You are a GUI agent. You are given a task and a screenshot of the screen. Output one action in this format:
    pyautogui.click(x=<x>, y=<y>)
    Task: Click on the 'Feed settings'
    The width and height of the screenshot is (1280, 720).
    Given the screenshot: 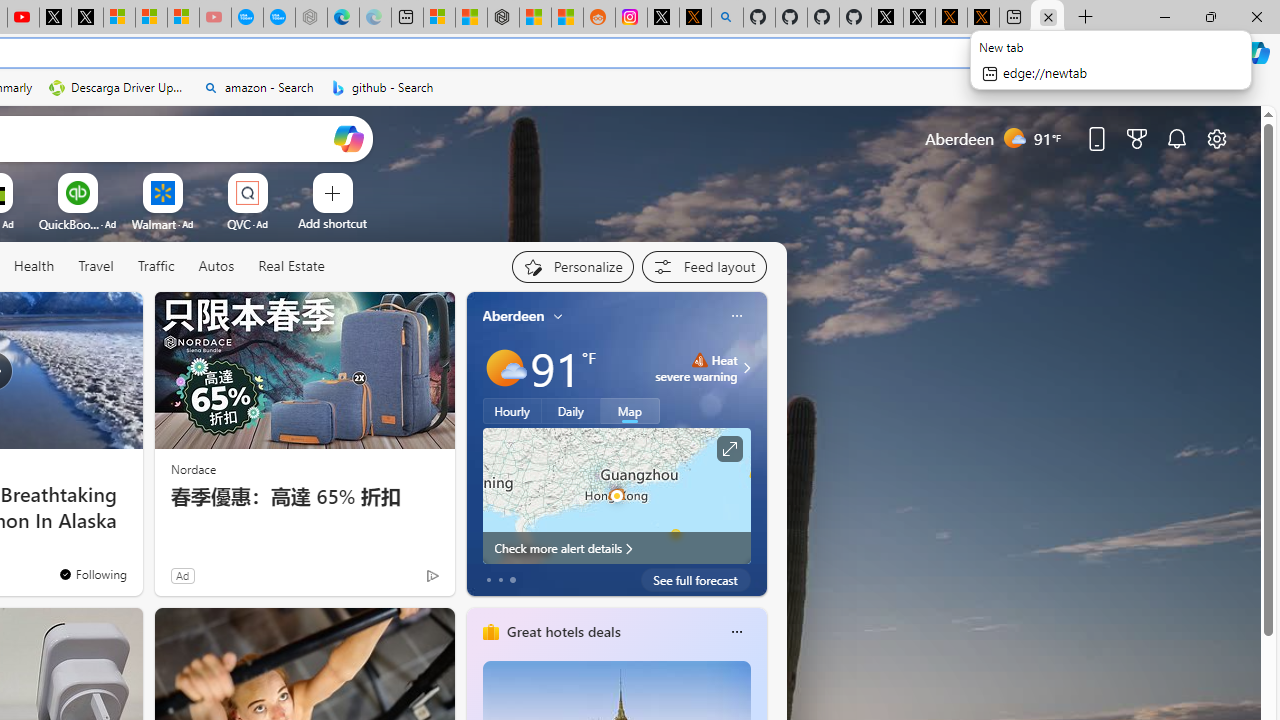 What is the action you would take?
    pyautogui.click(x=704, y=266)
    